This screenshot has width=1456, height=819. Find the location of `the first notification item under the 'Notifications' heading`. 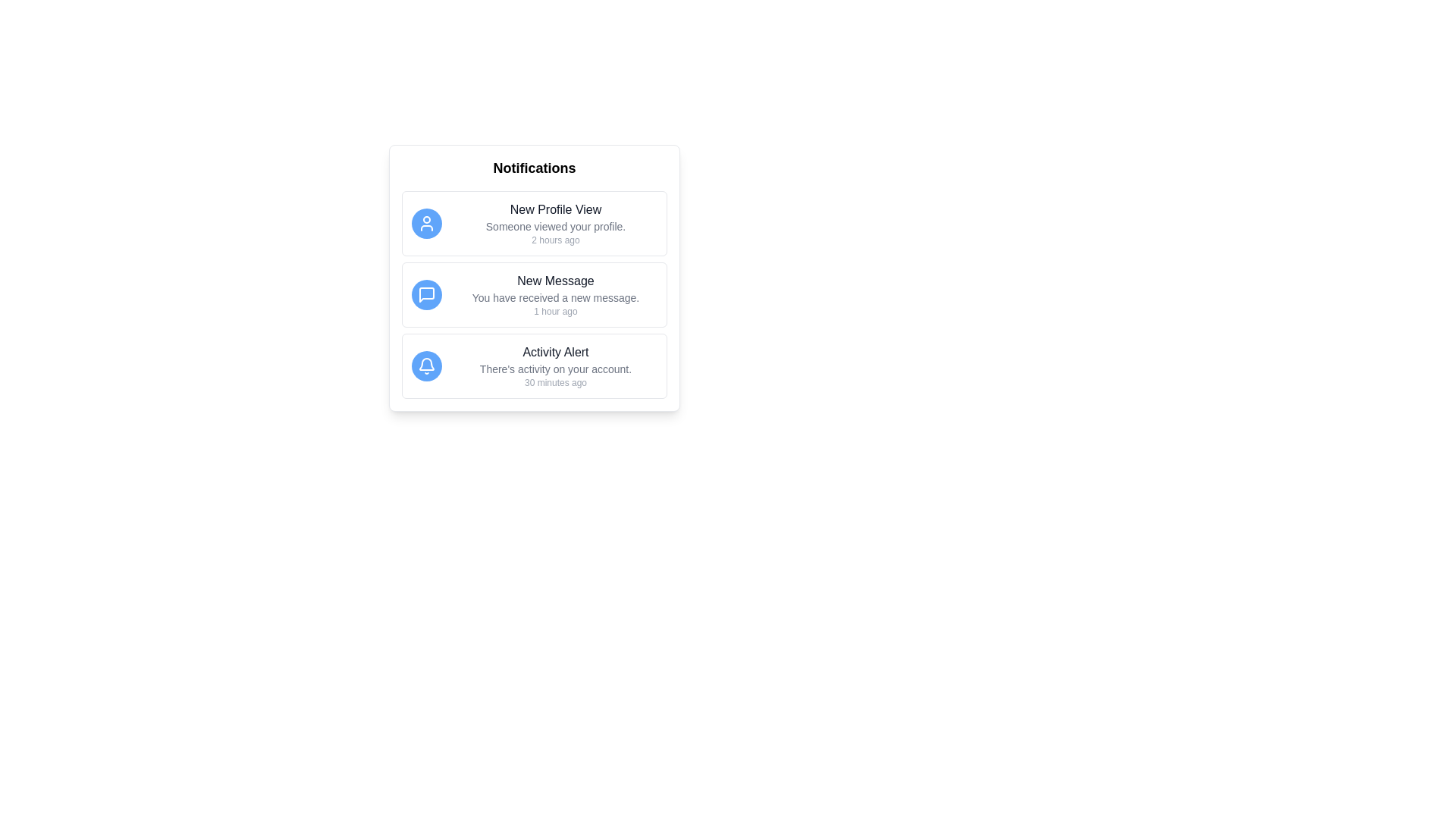

the first notification item under the 'Notifications' heading is located at coordinates (535, 223).